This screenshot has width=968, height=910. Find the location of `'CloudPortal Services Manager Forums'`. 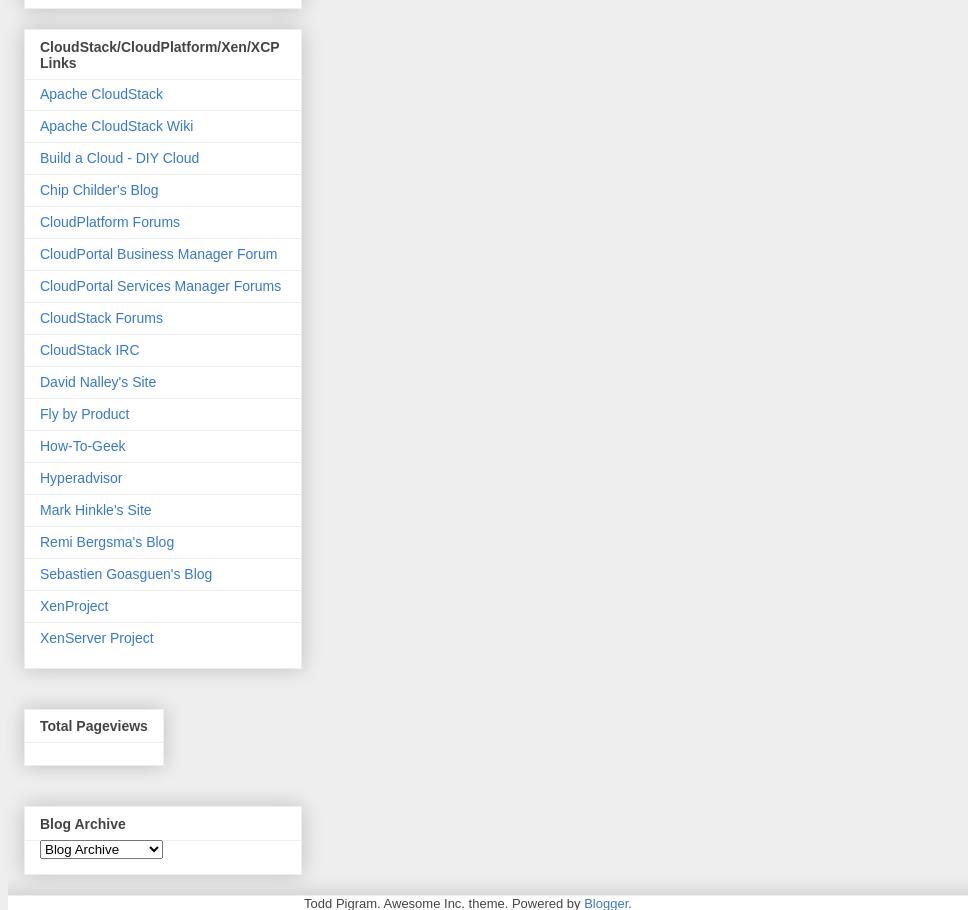

'CloudPortal Services Manager Forums' is located at coordinates (159, 284).